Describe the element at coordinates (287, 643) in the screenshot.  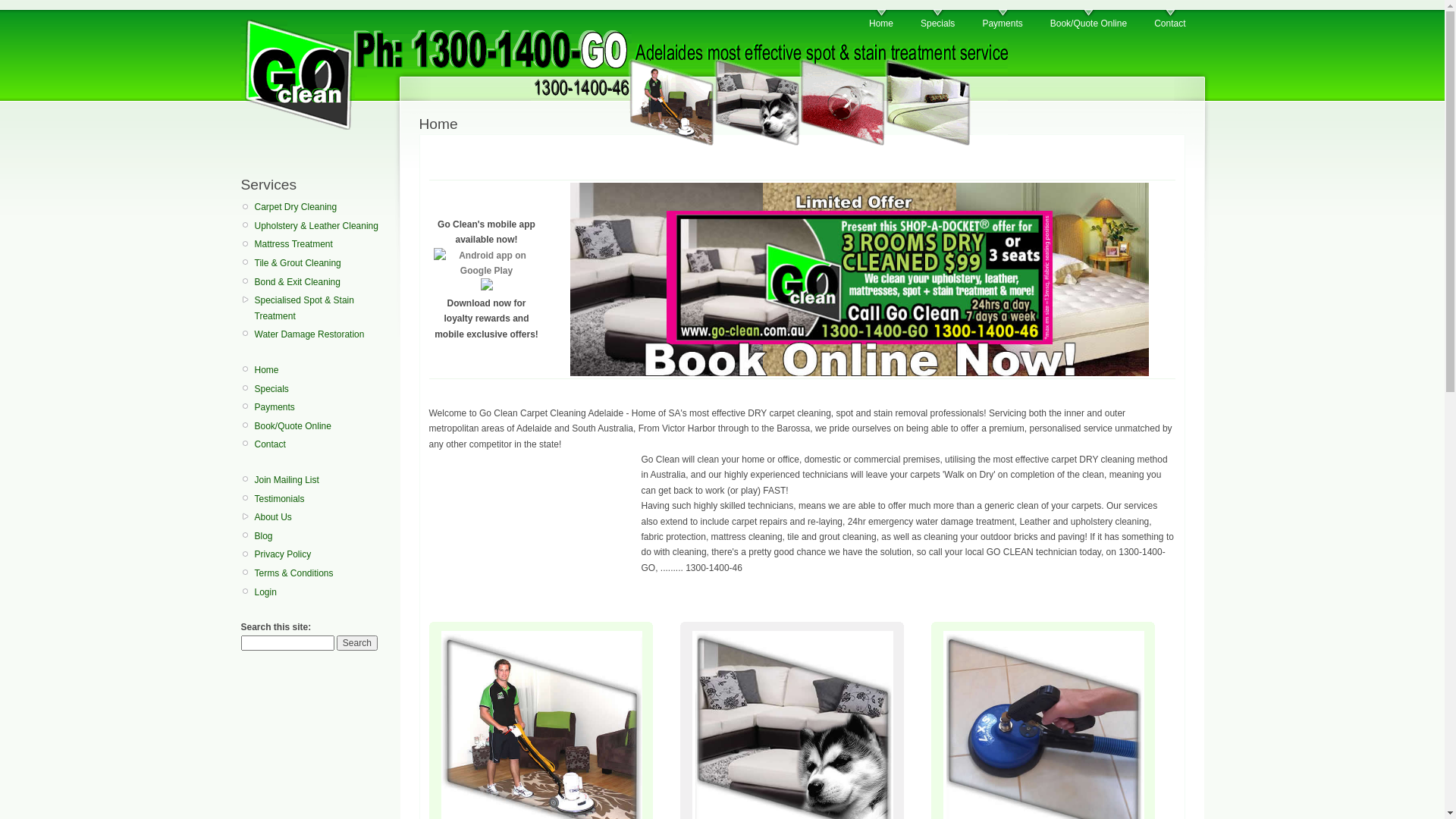
I see `'Enter the terms you wish to search for.'` at that location.